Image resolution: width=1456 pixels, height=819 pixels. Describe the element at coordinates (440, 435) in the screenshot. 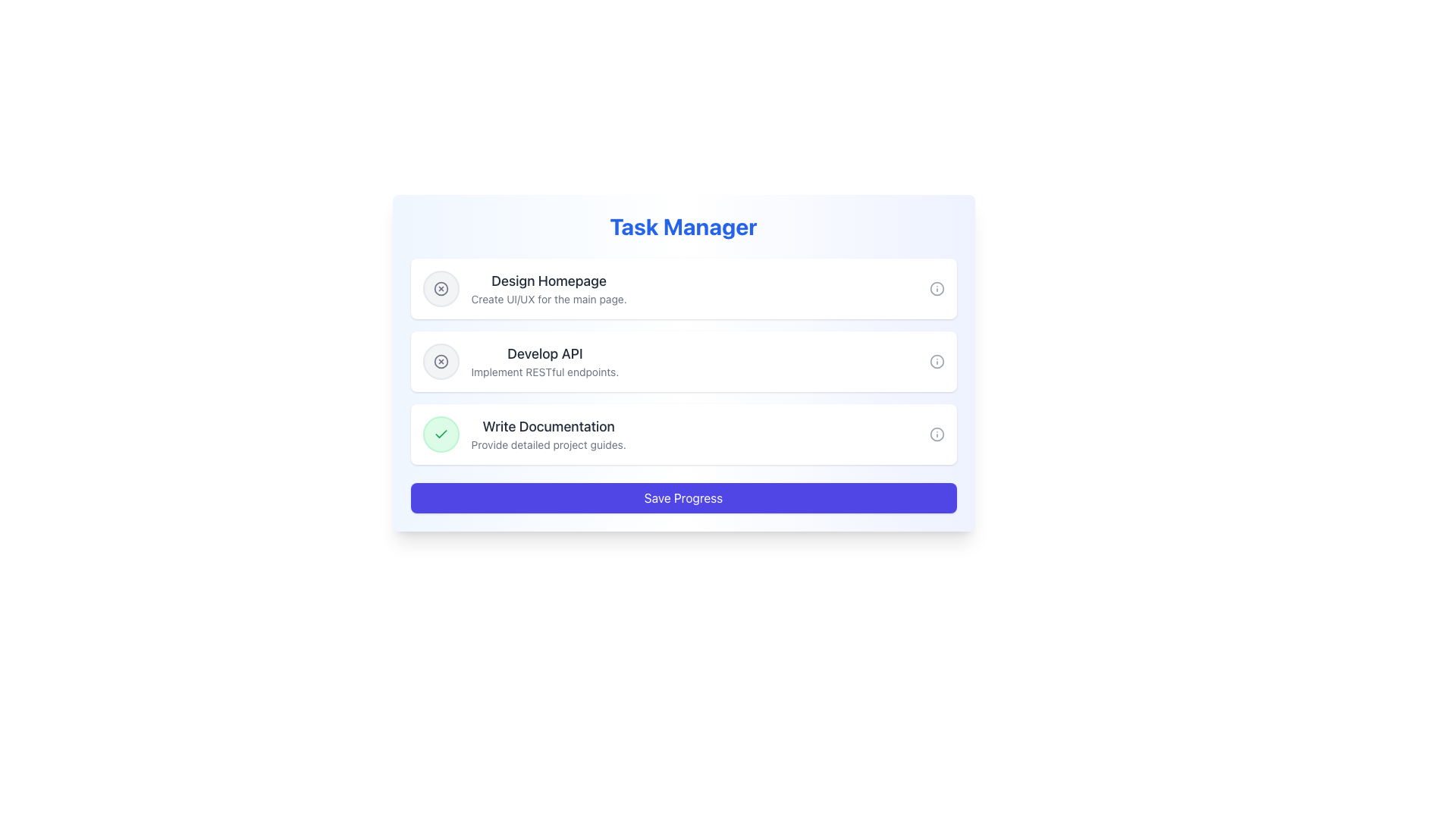

I see `the round light green button with a darker green checkmark icon located in the third task item labeled 'Write Documentation'` at that location.